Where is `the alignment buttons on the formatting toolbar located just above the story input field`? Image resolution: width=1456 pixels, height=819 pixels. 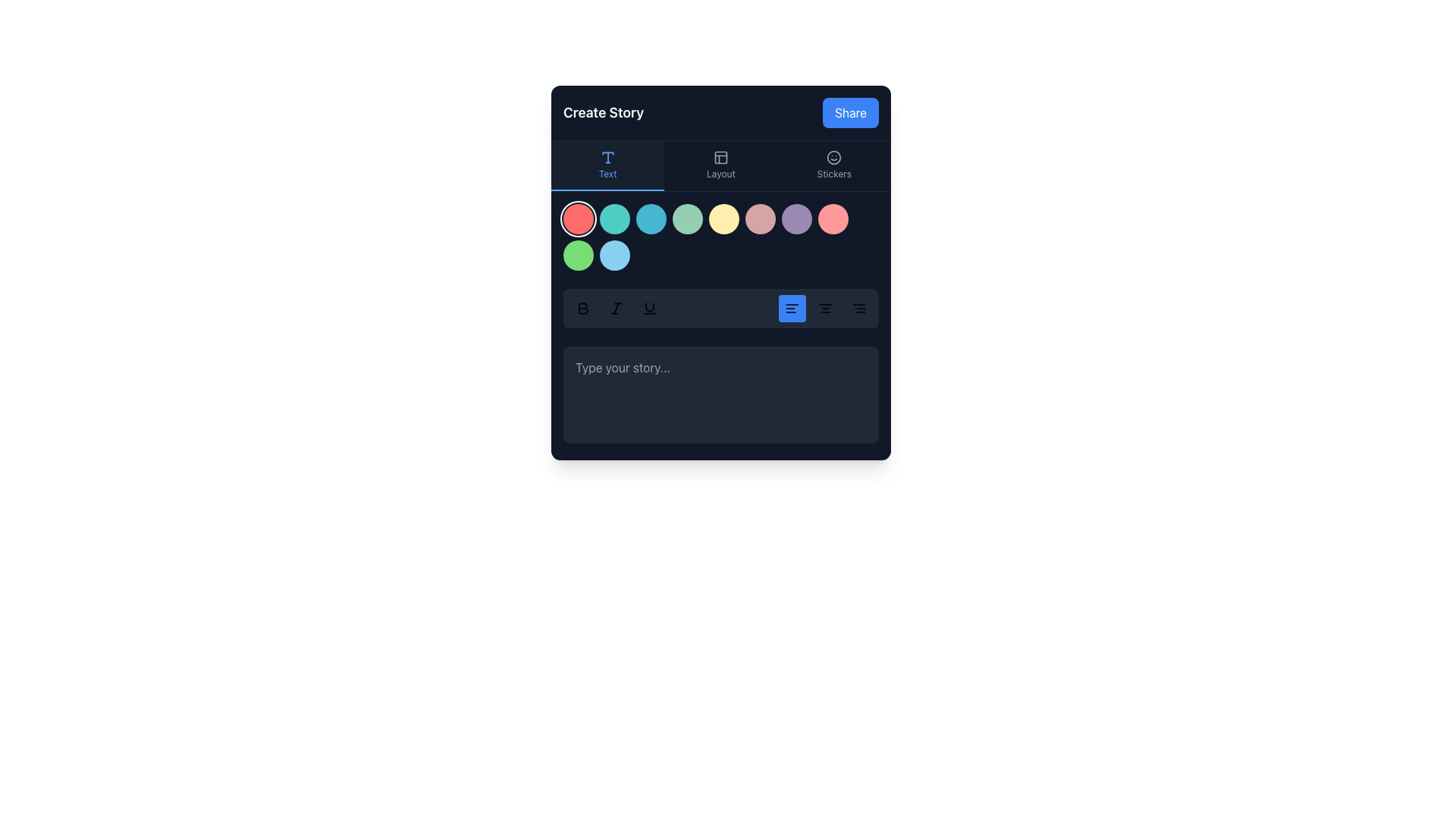
the alignment buttons on the formatting toolbar located just above the story input field is located at coordinates (720, 308).